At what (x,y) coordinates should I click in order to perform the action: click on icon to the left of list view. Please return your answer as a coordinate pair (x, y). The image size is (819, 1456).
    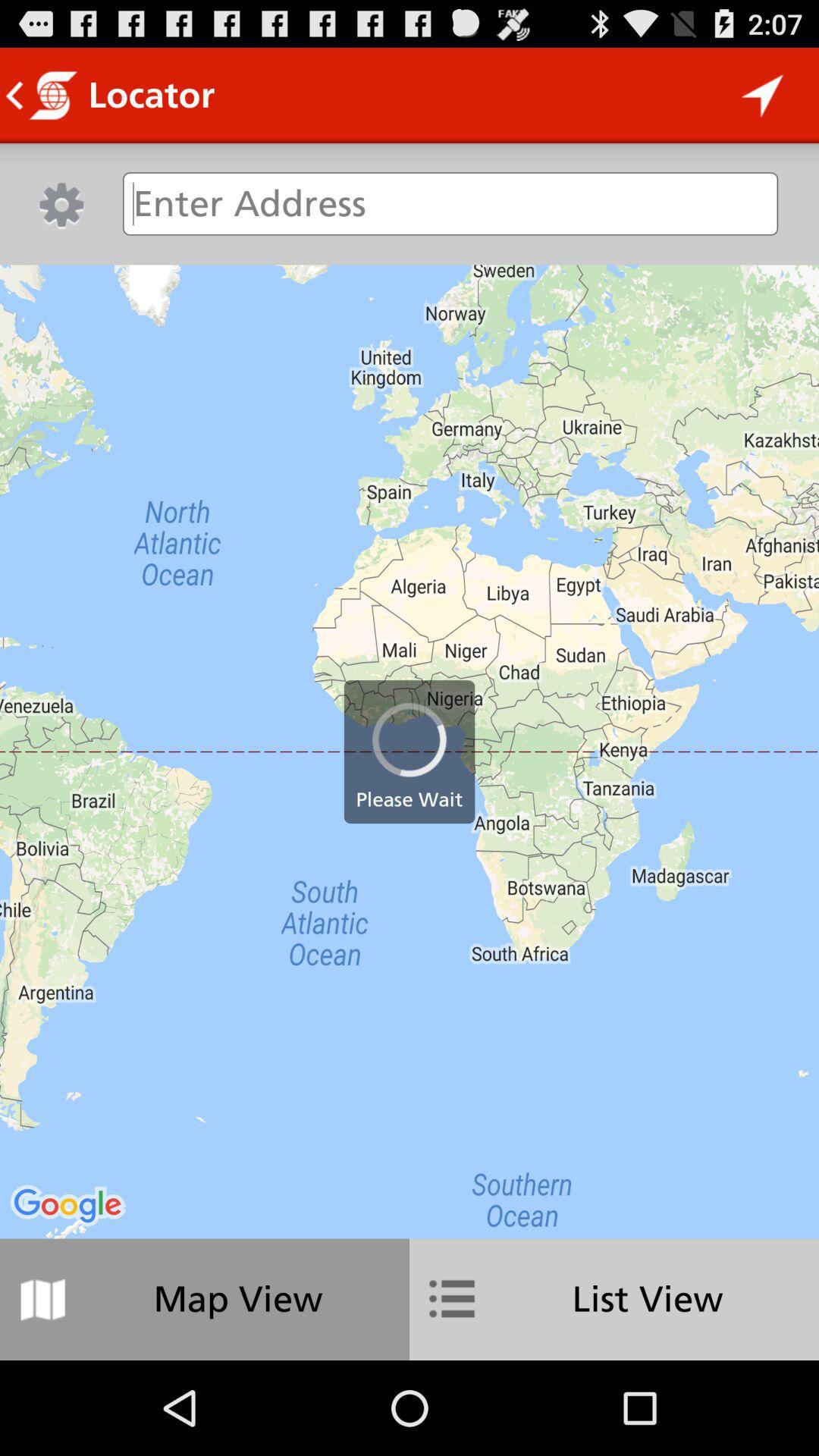
    Looking at the image, I should click on (205, 1298).